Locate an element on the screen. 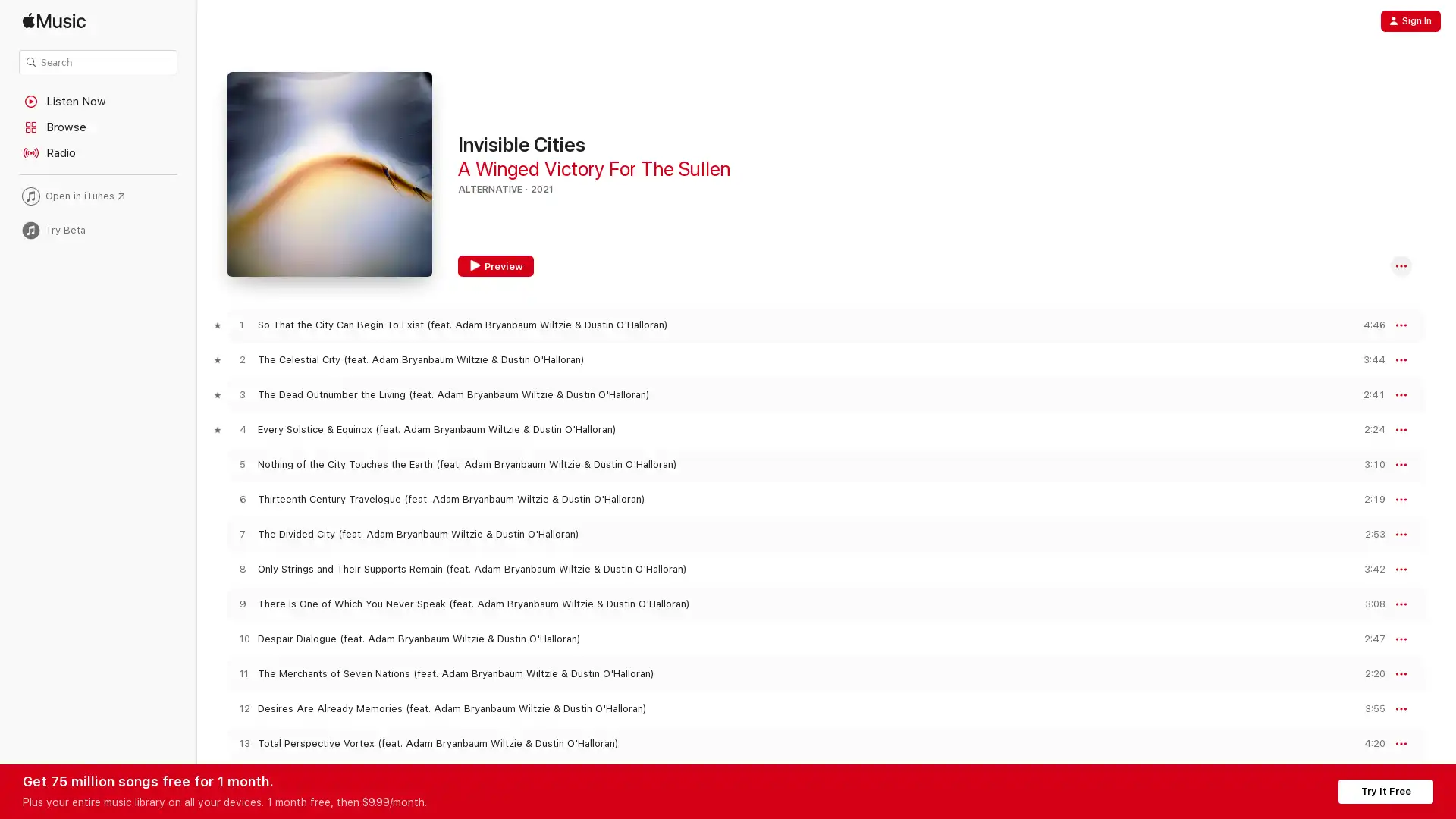  More is located at coordinates (1401, 265).